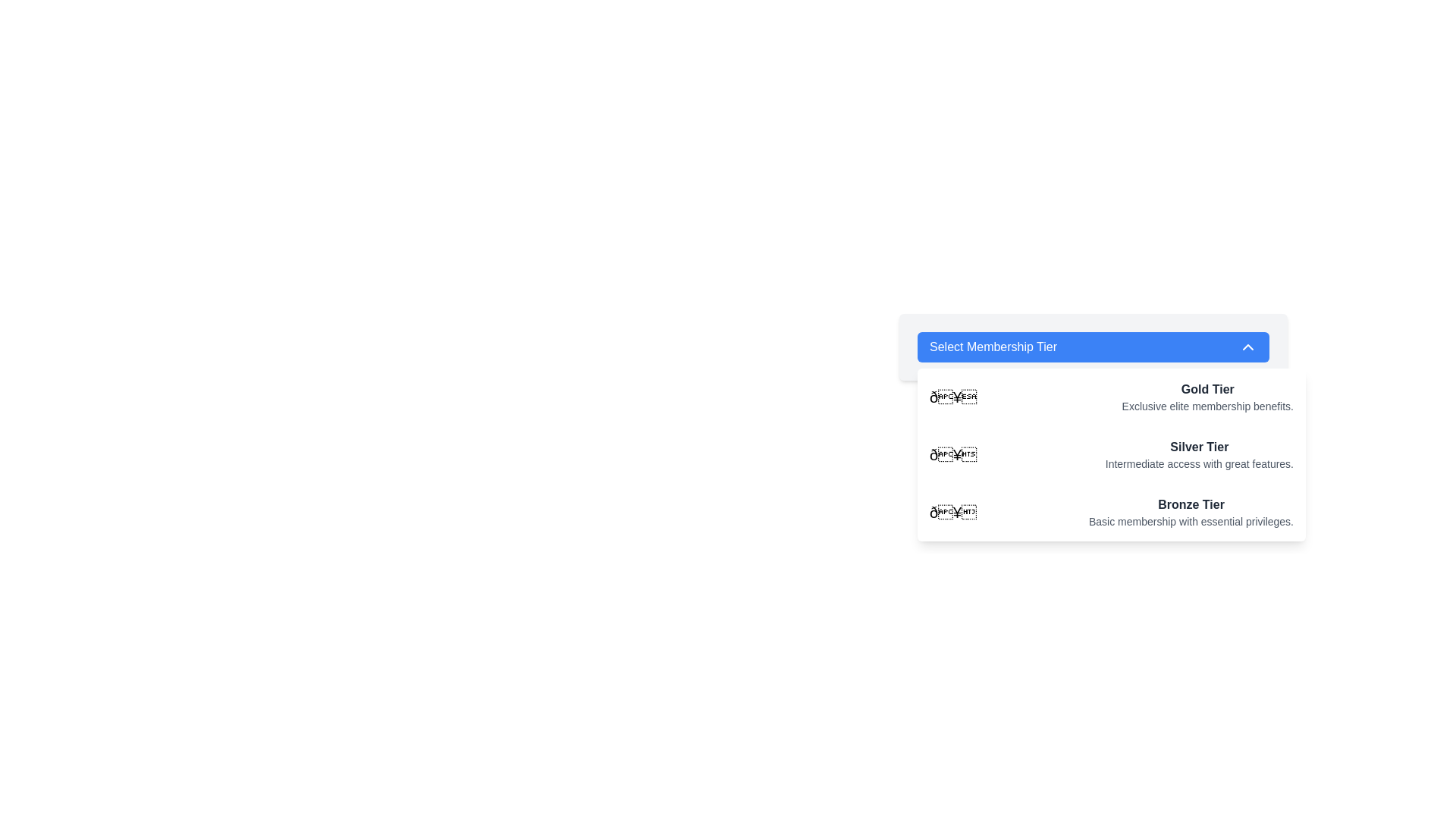  Describe the element at coordinates (1248, 347) in the screenshot. I see `the chevron icon located on the far right side of the 'Select Membership Tier' button` at that location.